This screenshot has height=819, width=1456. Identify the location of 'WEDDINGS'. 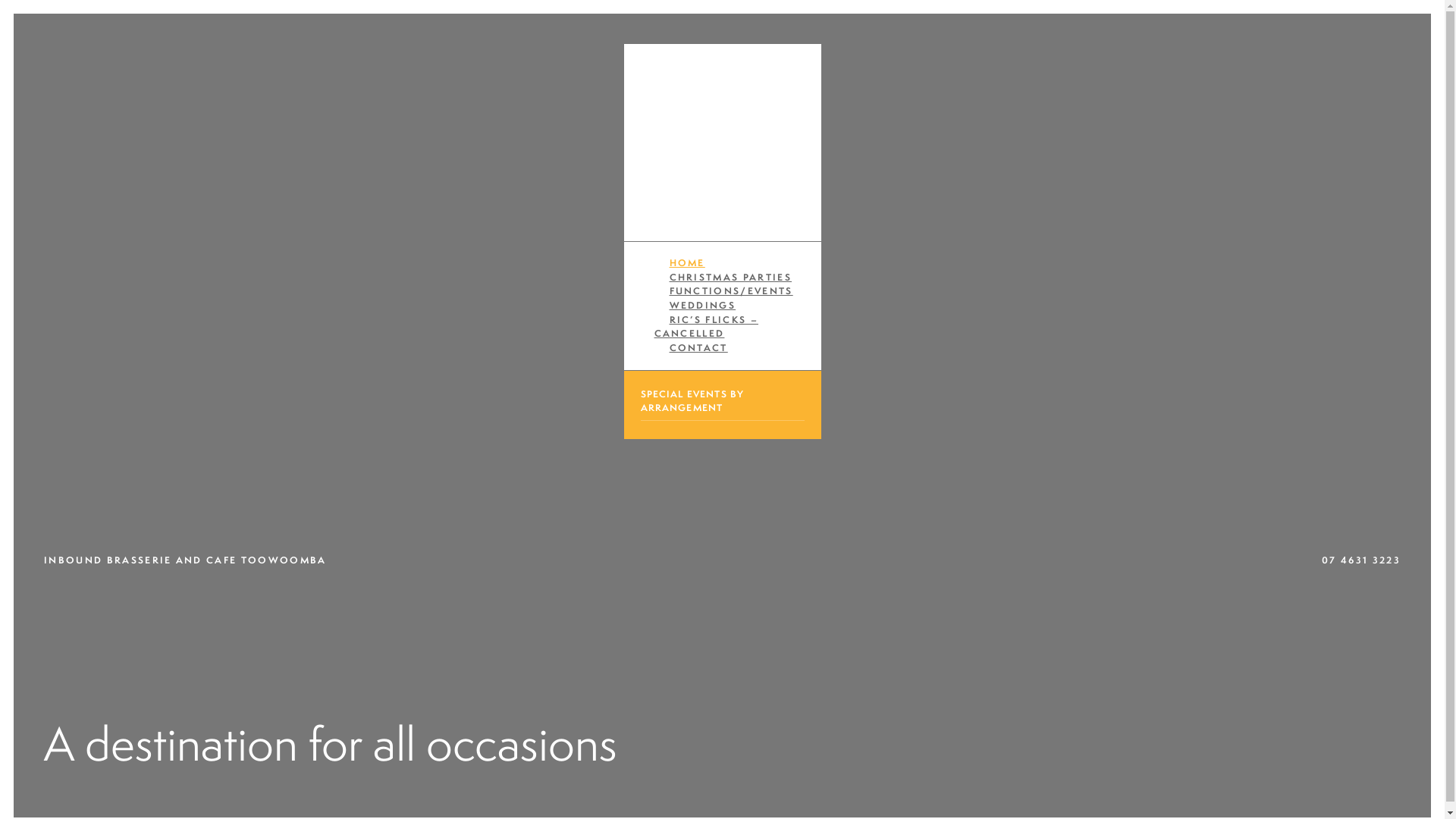
(701, 305).